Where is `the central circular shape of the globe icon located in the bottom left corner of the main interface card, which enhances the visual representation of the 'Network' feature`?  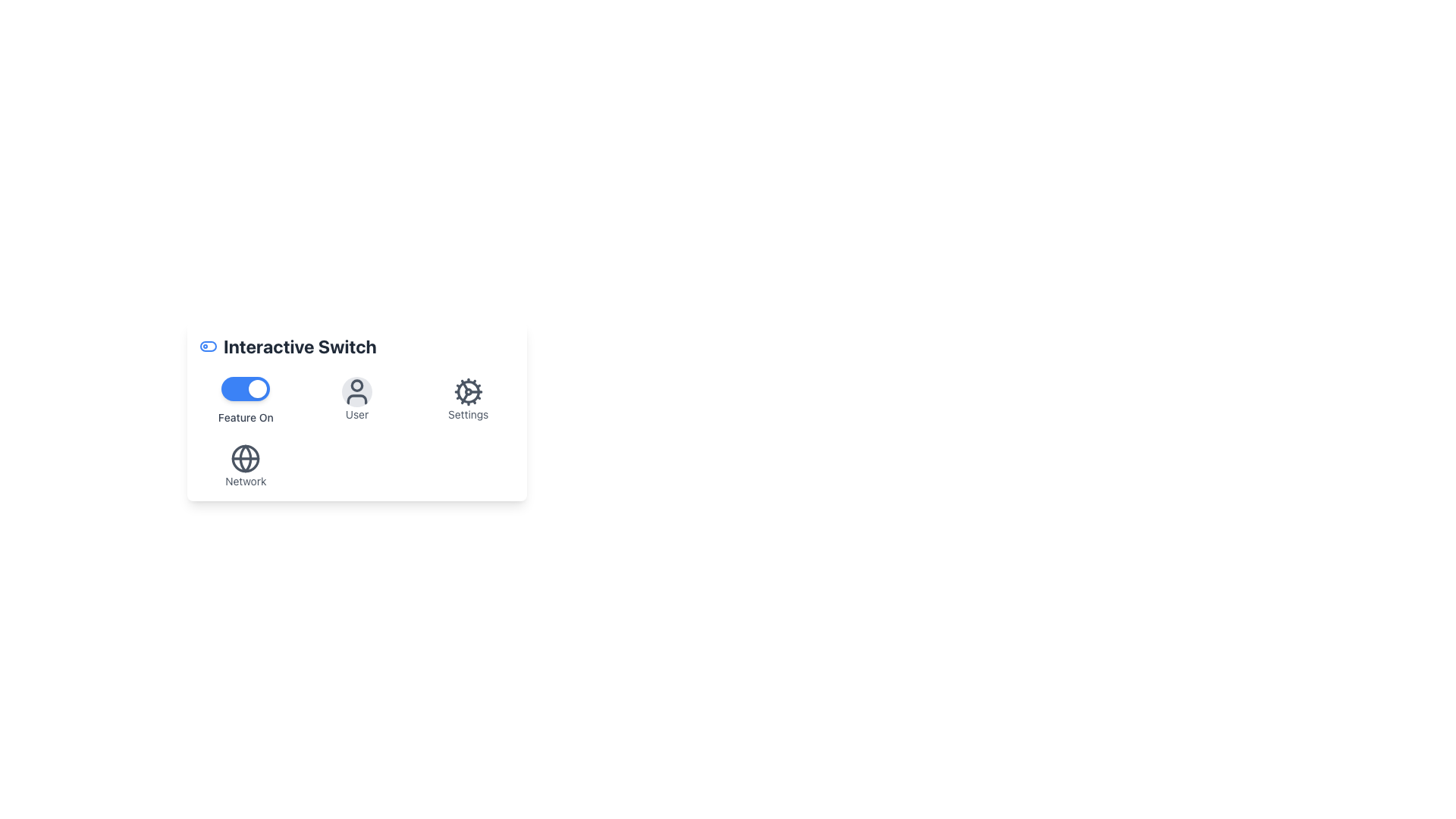 the central circular shape of the globe icon located in the bottom left corner of the main interface card, which enhances the visual representation of the 'Network' feature is located at coordinates (246, 458).